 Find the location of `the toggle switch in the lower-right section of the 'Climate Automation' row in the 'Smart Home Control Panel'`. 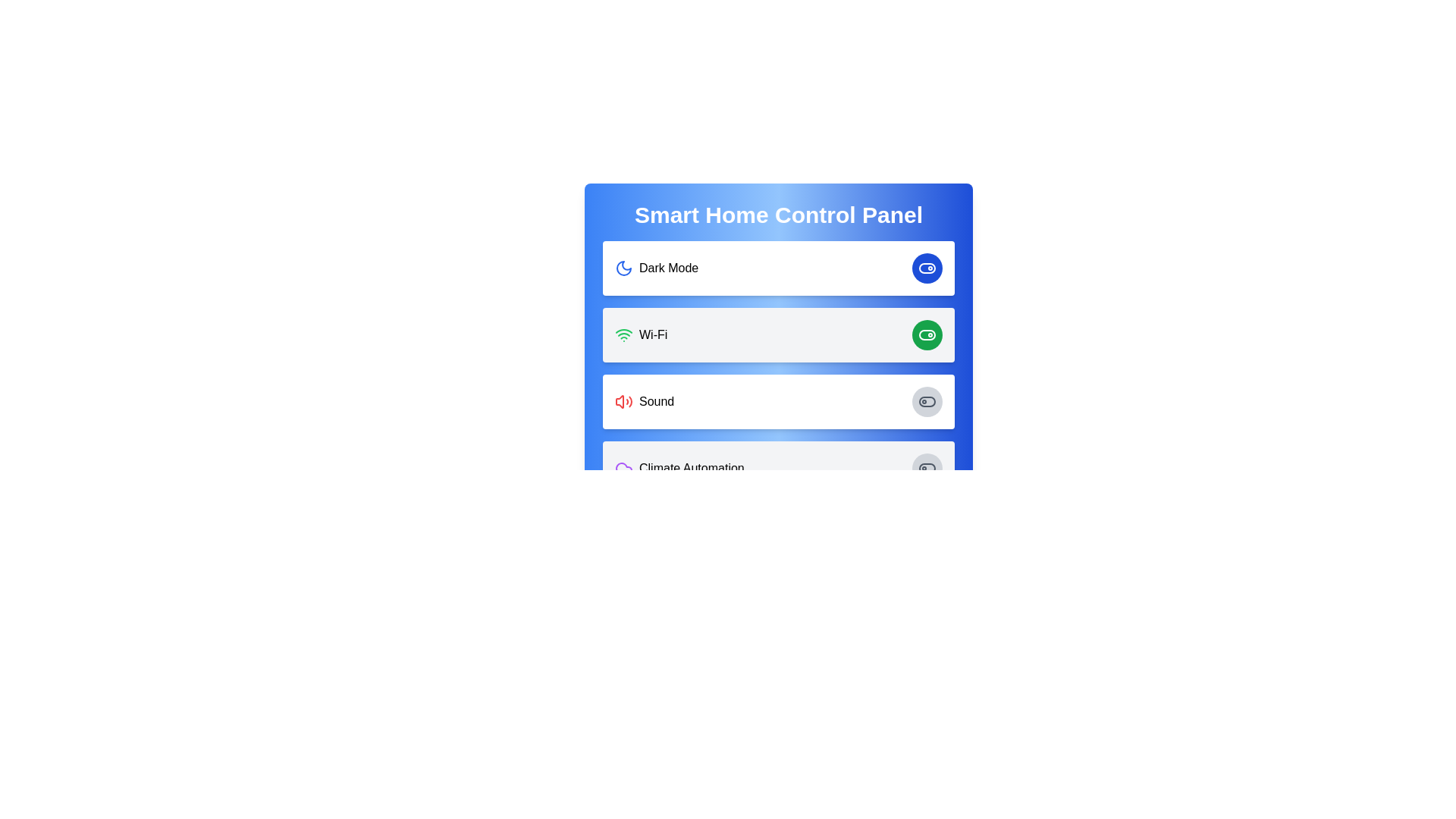

the toggle switch in the lower-right section of the 'Climate Automation' row in the 'Smart Home Control Panel' is located at coordinates (927, 467).